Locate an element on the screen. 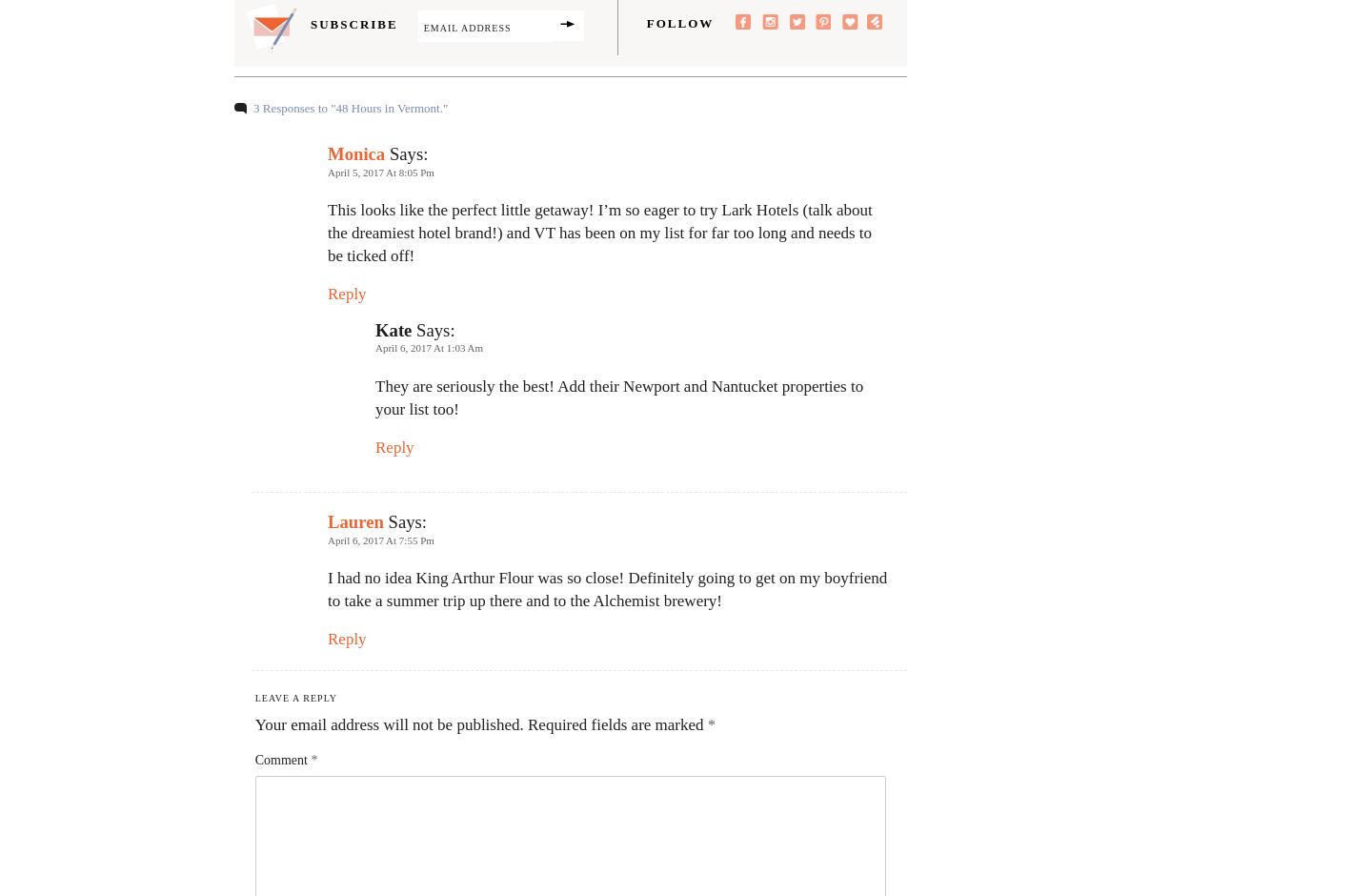 The width and height of the screenshot is (1372, 896). 'Comment' is located at coordinates (281, 759).